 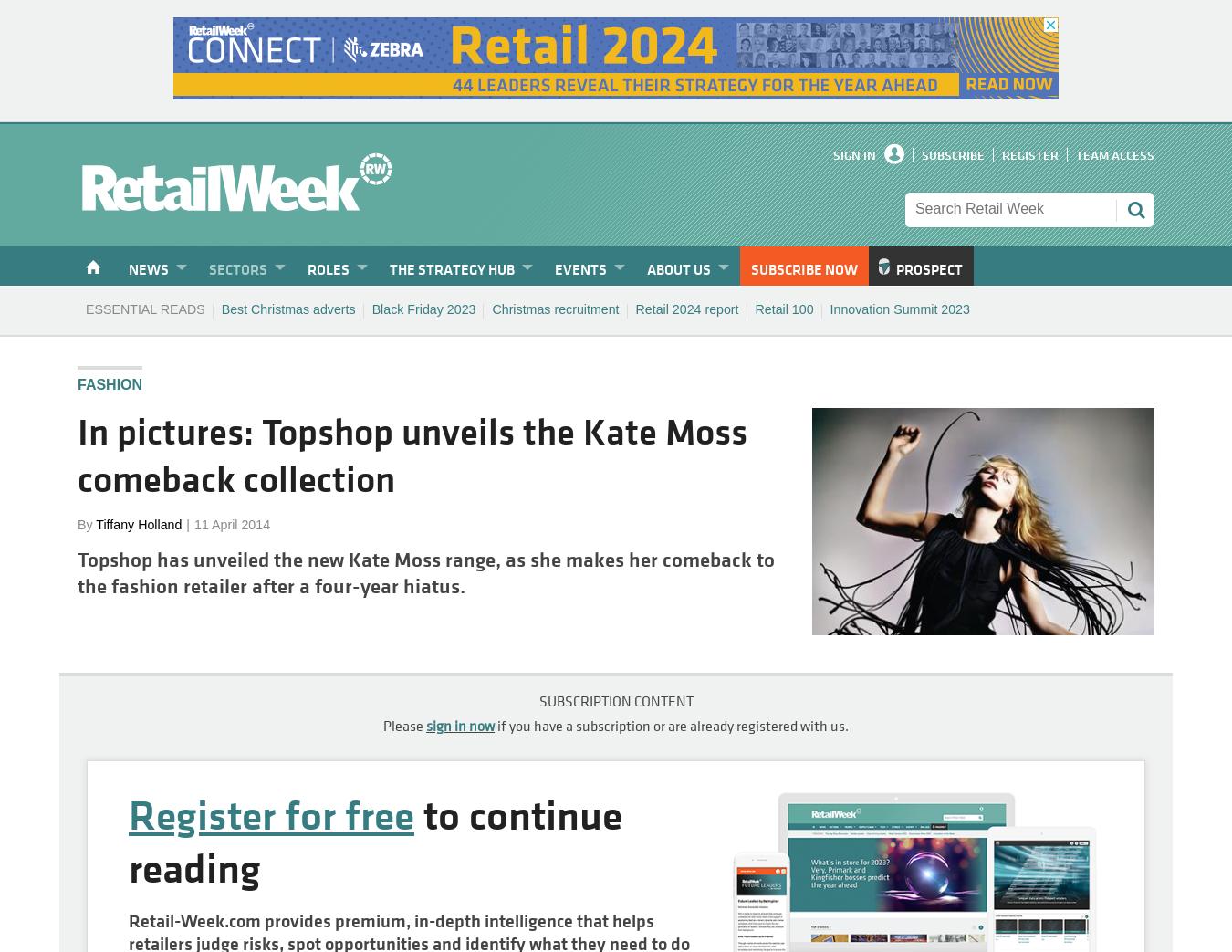 I want to click on 'News', so click(x=128, y=268).